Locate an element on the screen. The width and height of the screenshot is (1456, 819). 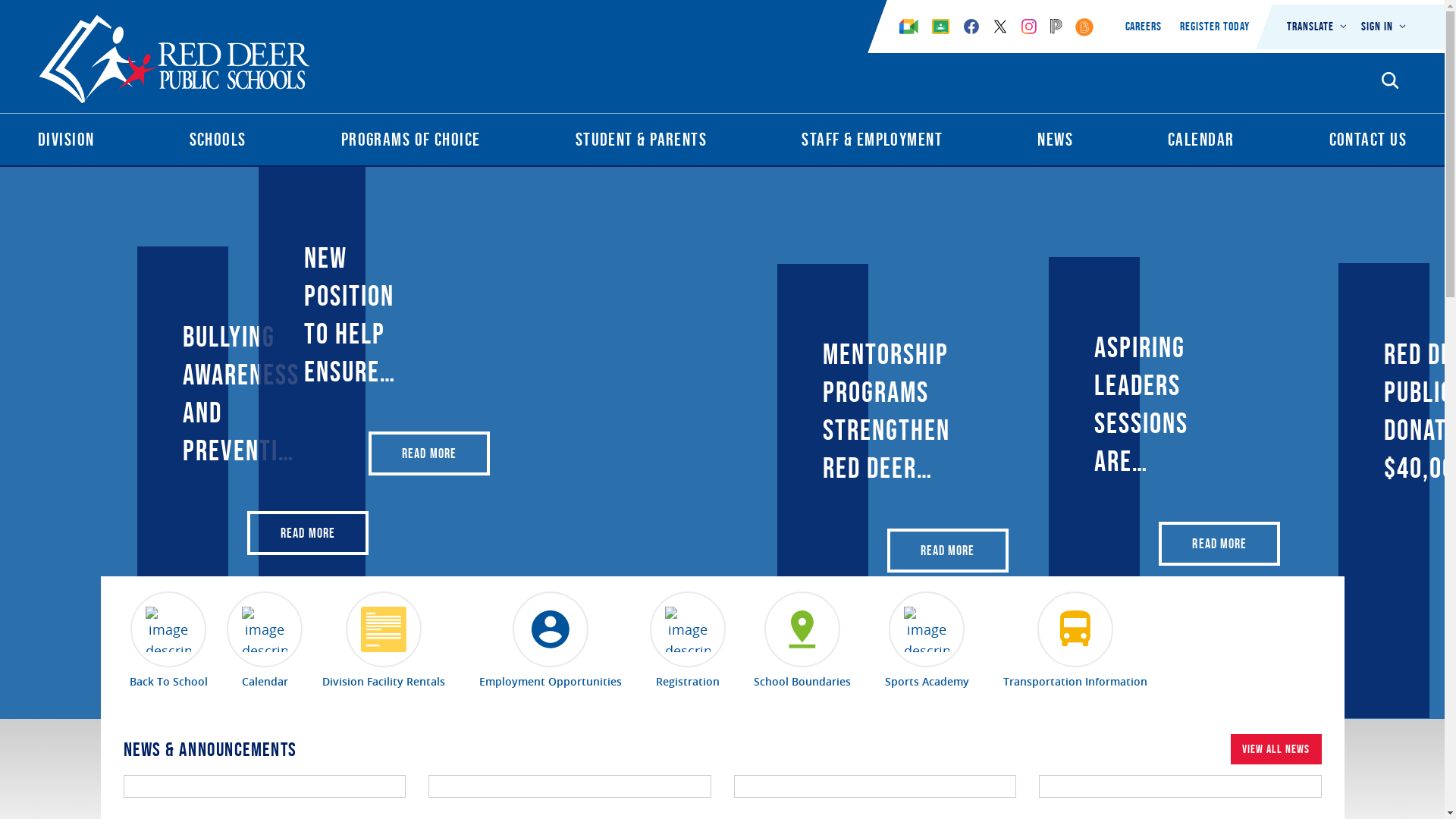
'Transportation Information' is located at coordinates (1073, 640).